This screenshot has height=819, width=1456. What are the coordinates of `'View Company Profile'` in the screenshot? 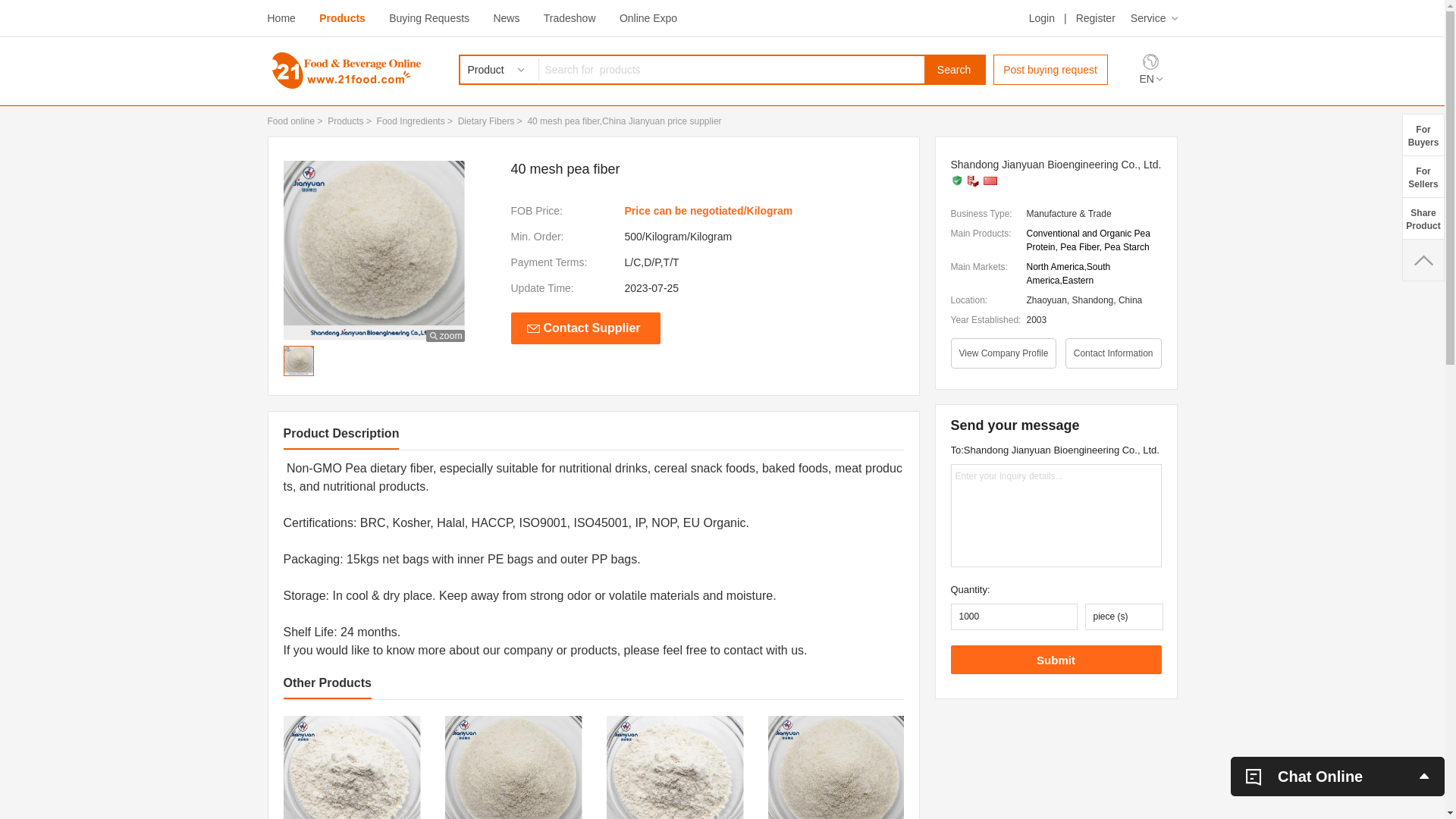 It's located at (1004, 353).